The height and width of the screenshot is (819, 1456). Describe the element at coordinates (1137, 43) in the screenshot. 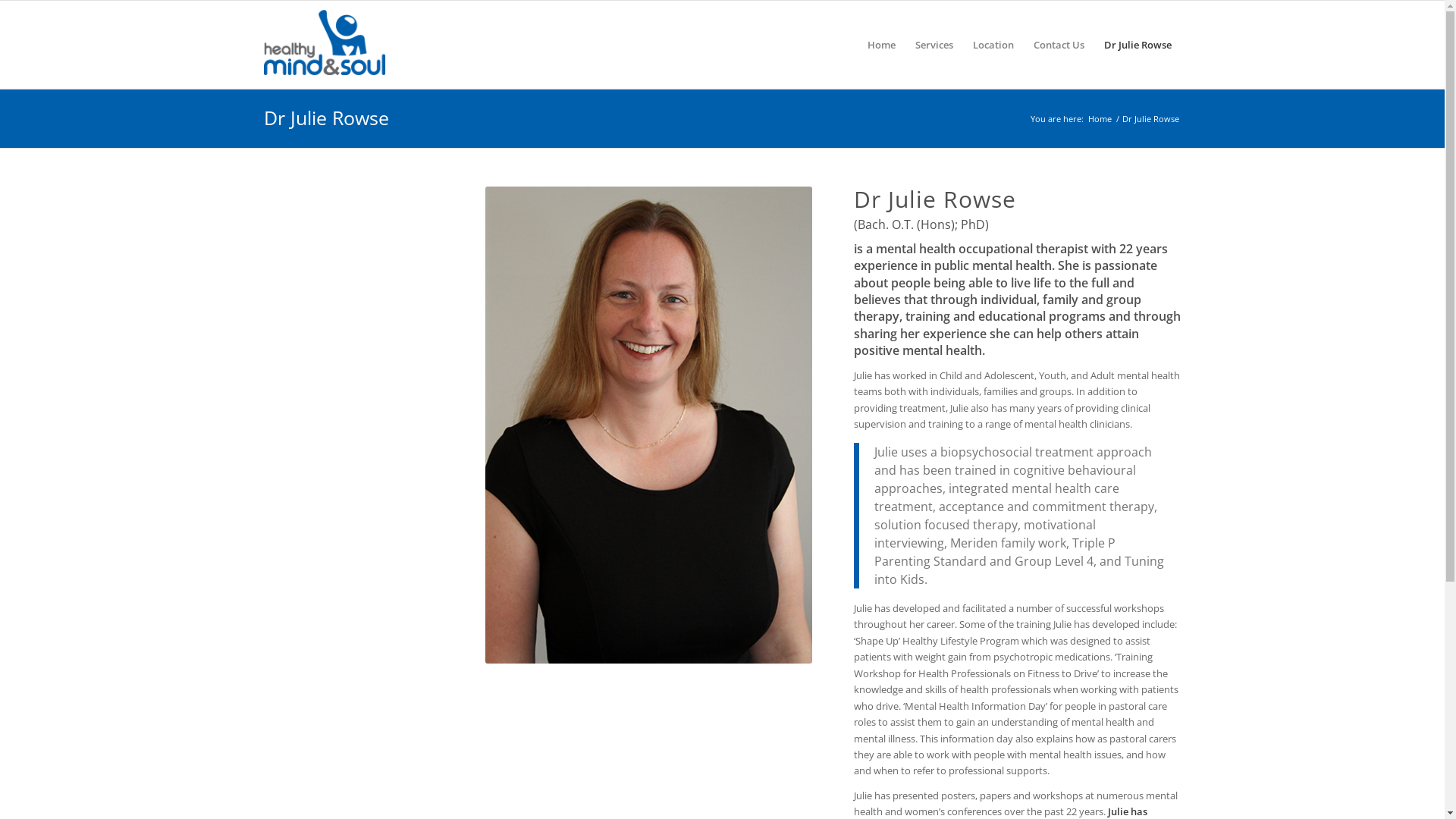

I see `'Dr Julie Rowse'` at that location.